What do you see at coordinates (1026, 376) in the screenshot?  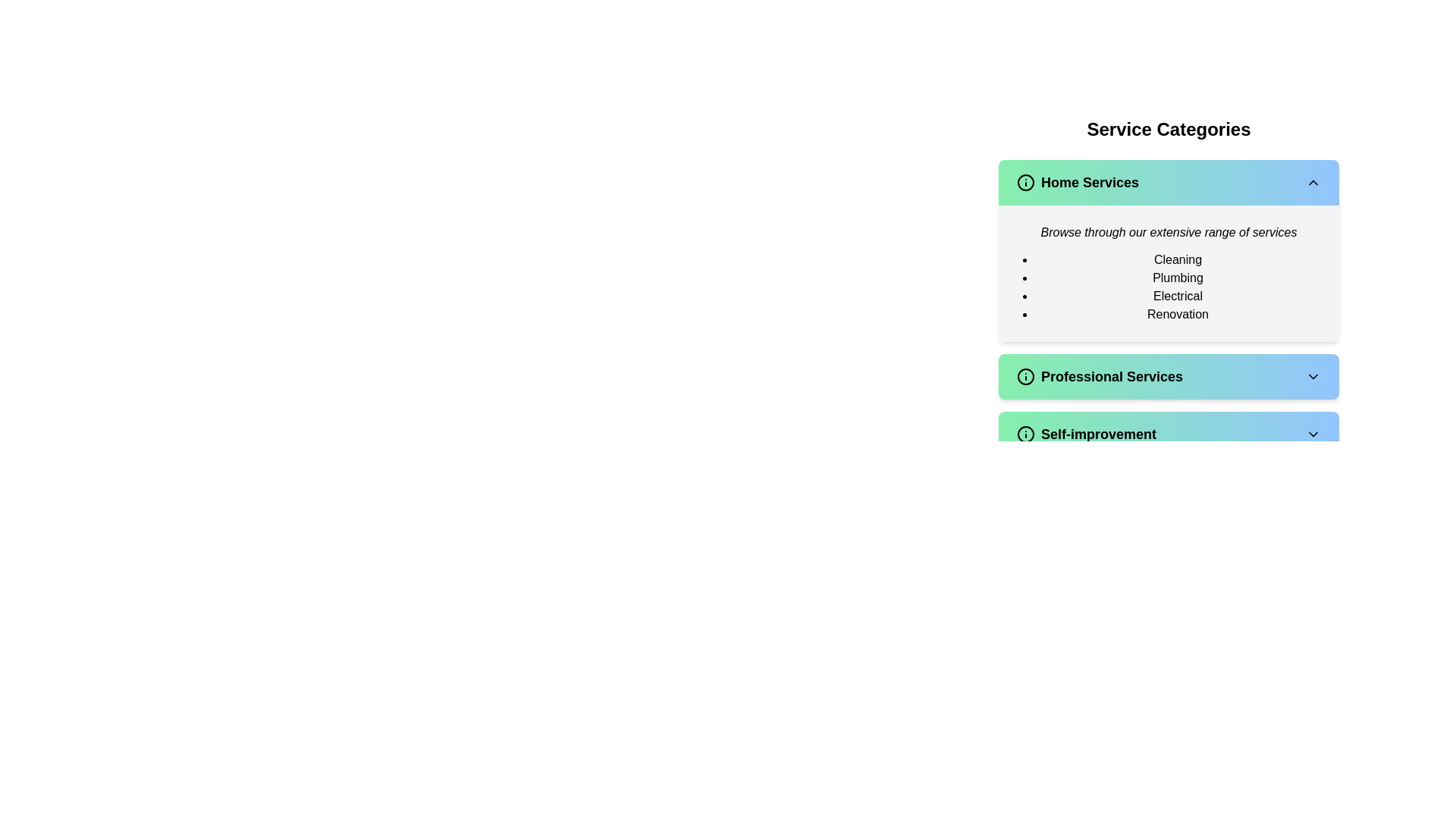 I see `the informational icon located to the left of the 'Professional Services' title in the second section of the service categories, which has a green-to-blue gradient header` at bounding box center [1026, 376].